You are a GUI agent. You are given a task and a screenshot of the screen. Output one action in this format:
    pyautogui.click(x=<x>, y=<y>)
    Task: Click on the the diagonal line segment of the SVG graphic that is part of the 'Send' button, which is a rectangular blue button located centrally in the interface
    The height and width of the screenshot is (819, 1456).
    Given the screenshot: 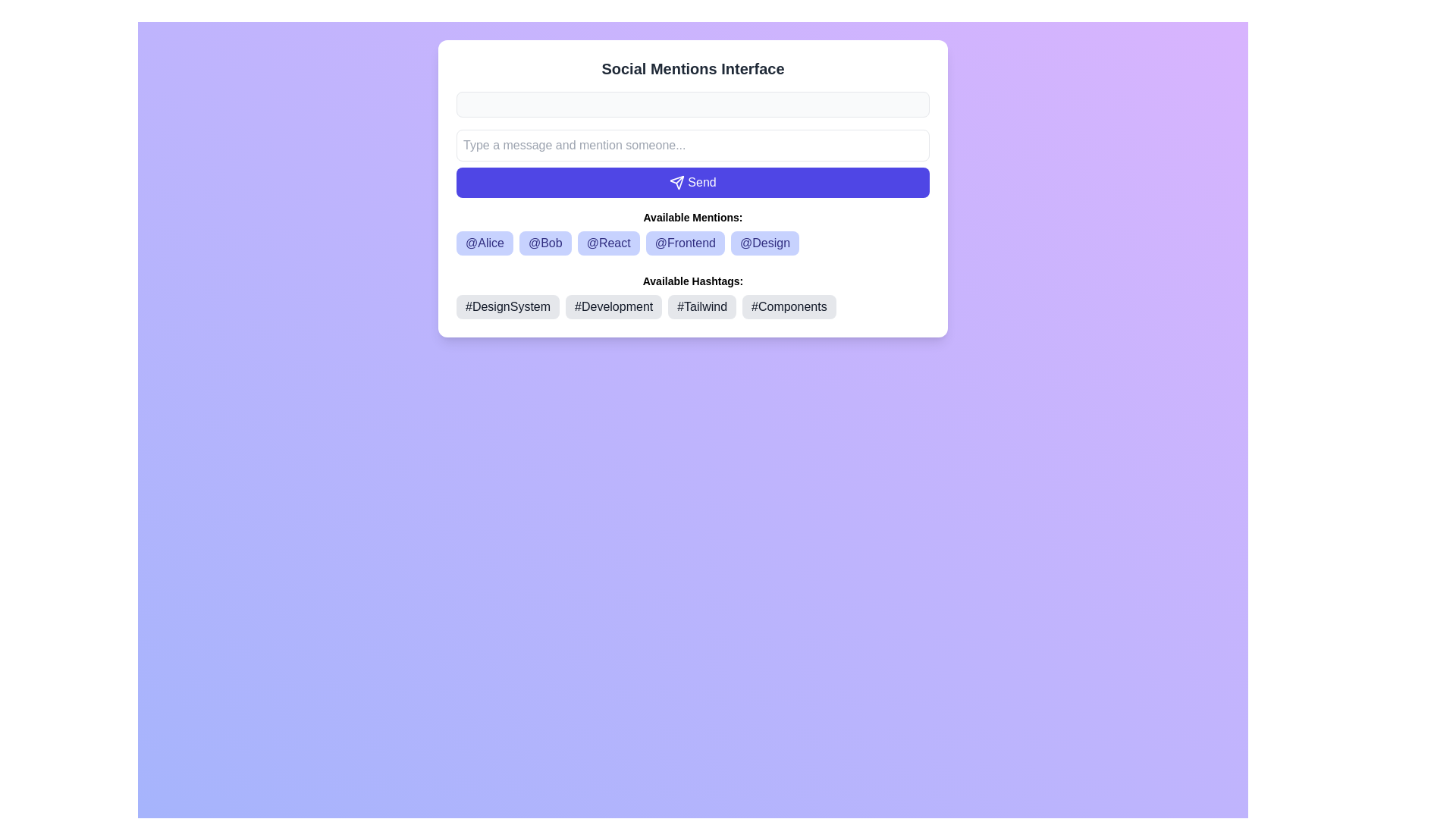 What is the action you would take?
    pyautogui.click(x=679, y=179)
    